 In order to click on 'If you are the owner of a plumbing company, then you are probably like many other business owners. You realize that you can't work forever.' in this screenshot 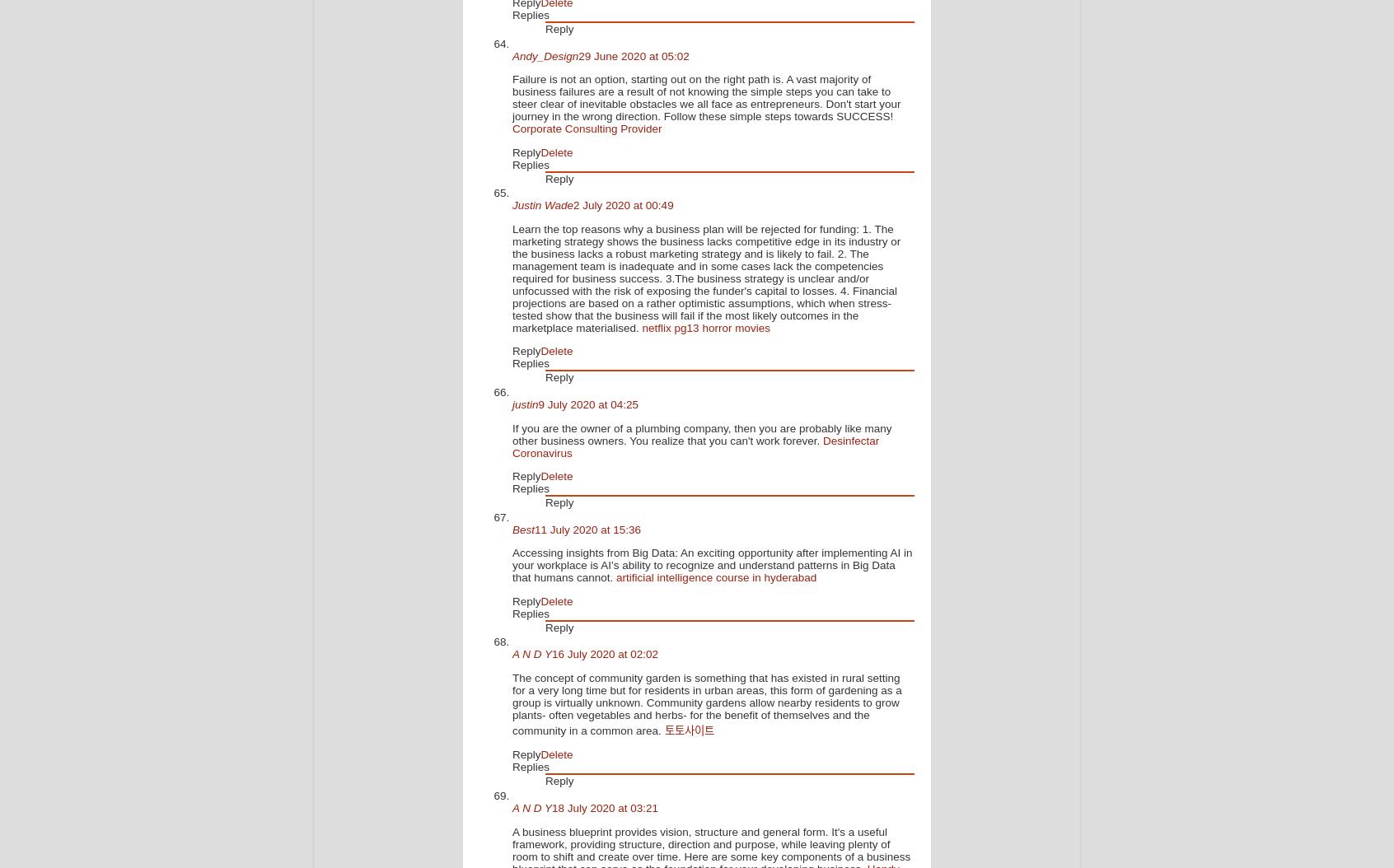, I will do `click(700, 434)`.